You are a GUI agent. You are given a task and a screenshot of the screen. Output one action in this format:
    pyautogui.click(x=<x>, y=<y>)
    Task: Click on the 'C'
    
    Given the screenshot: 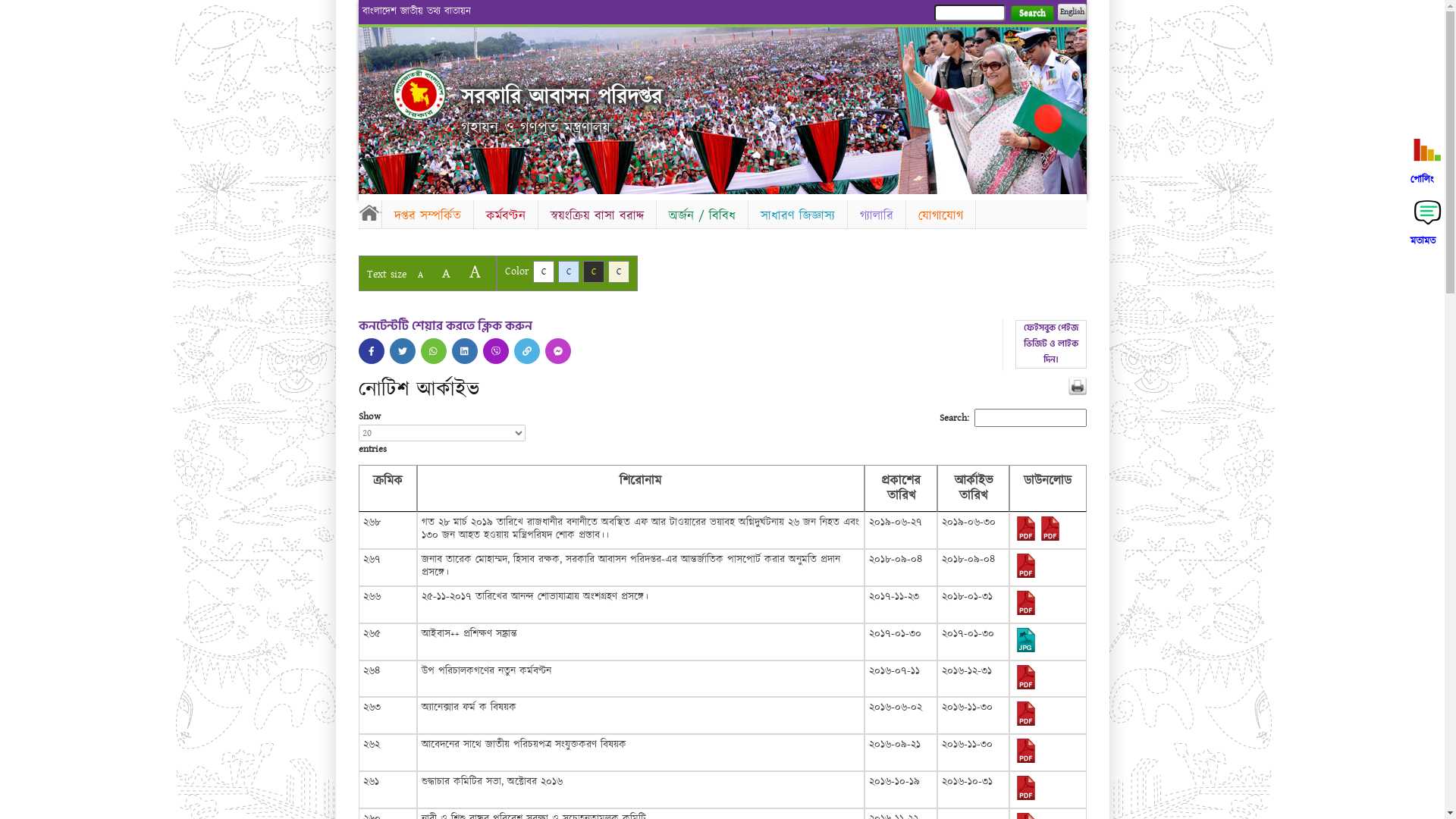 What is the action you would take?
    pyautogui.click(x=592, y=271)
    